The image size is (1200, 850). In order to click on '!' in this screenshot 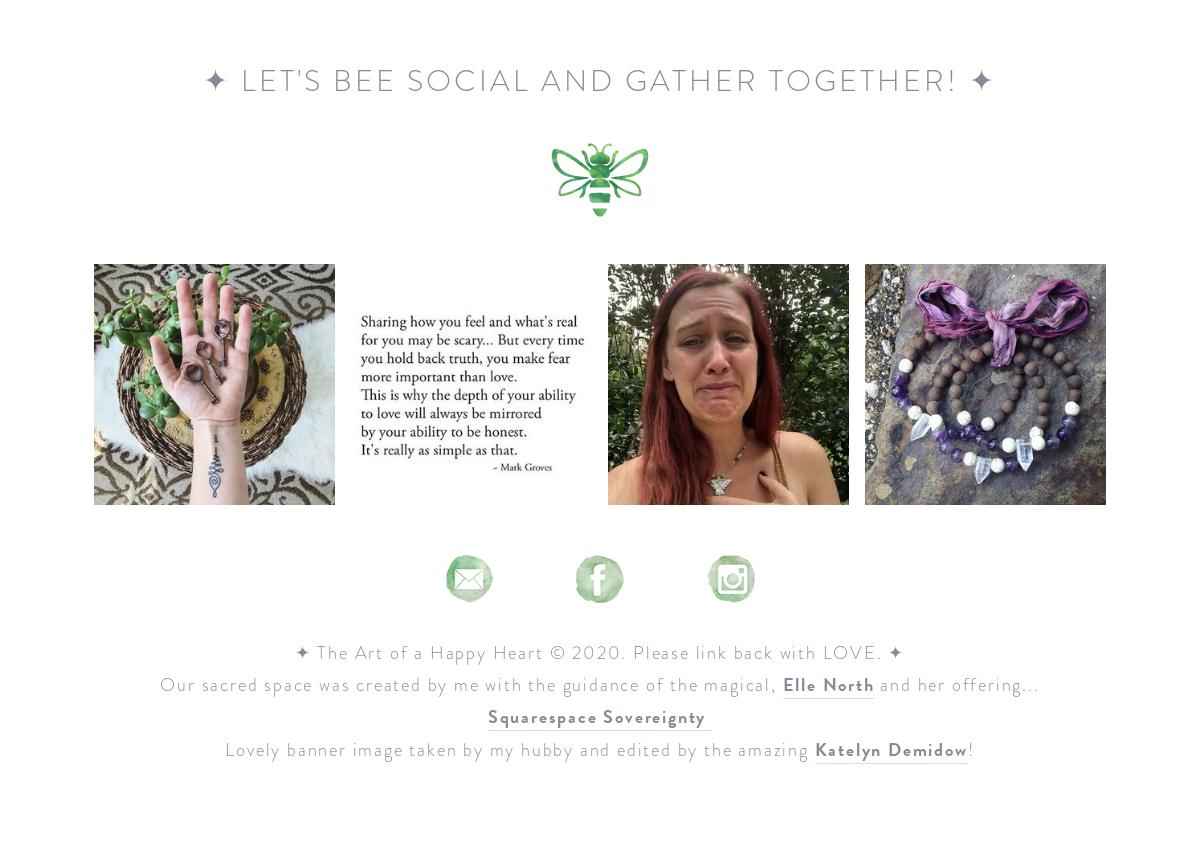, I will do `click(970, 749)`.